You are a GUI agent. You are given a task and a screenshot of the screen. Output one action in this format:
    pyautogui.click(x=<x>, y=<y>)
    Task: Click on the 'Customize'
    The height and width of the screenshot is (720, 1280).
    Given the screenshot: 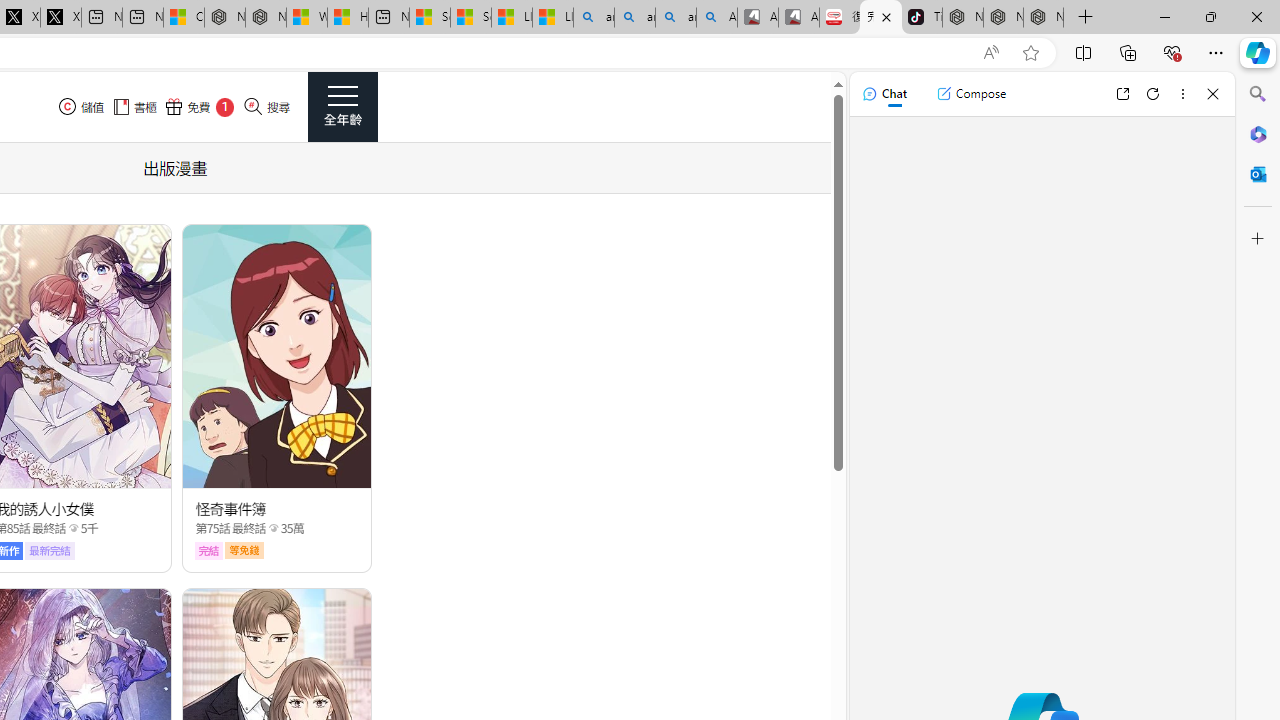 What is the action you would take?
    pyautogui.click(x=1257, y=238)
    